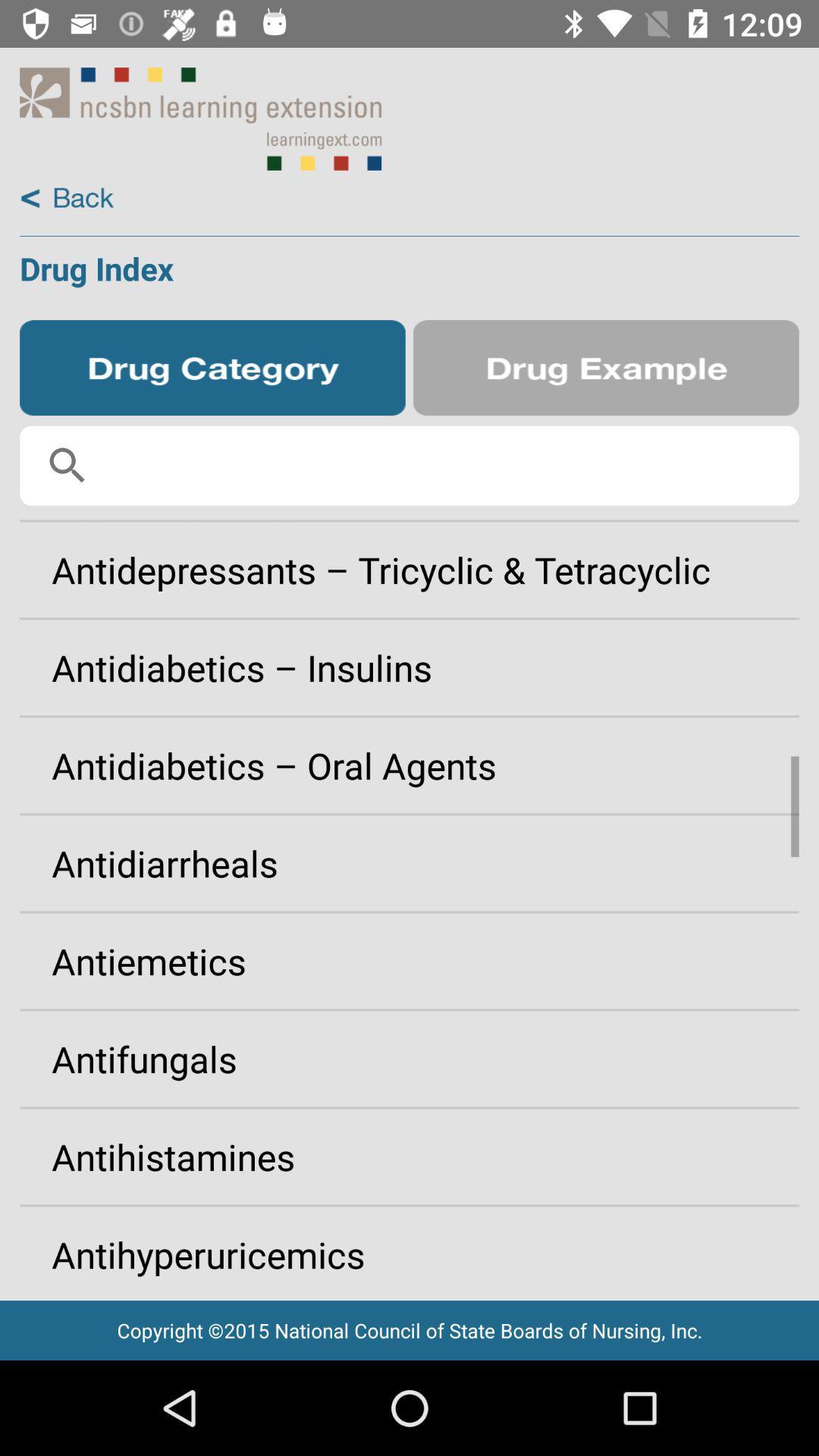 This screenshot has width=819, height=1456. What do you see at coordinates (409, 1156) in the screenshot?
I see `the antihistamines` at bounding box center [409, 1156].